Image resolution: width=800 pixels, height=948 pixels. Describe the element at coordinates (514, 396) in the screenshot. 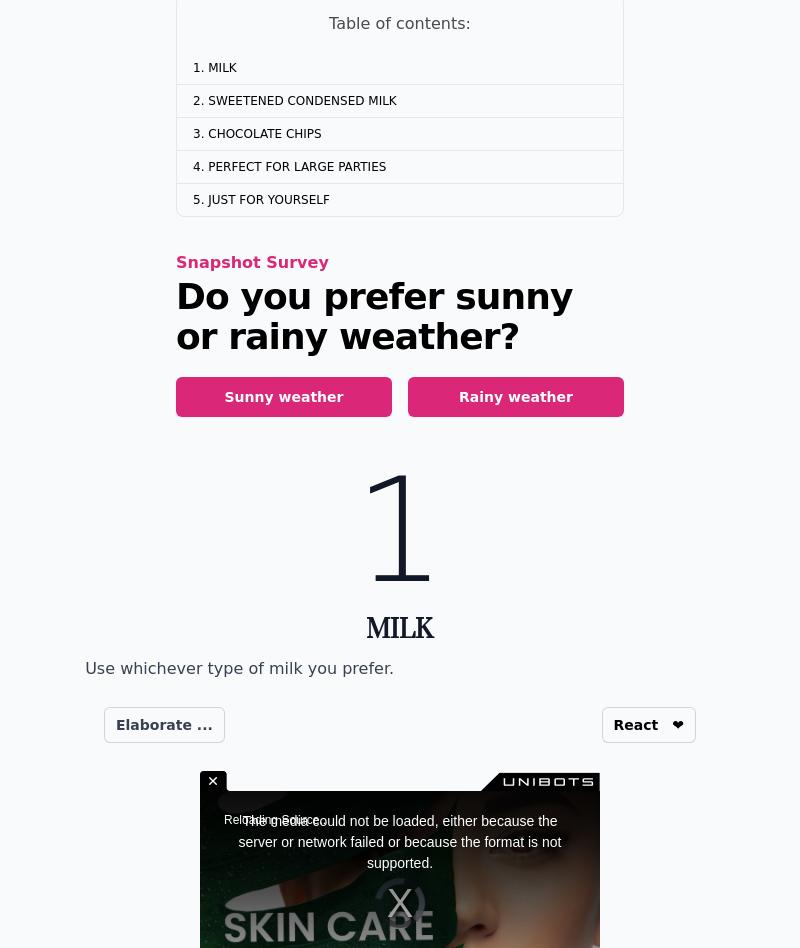

I see `'Rainy weather'` at that location.